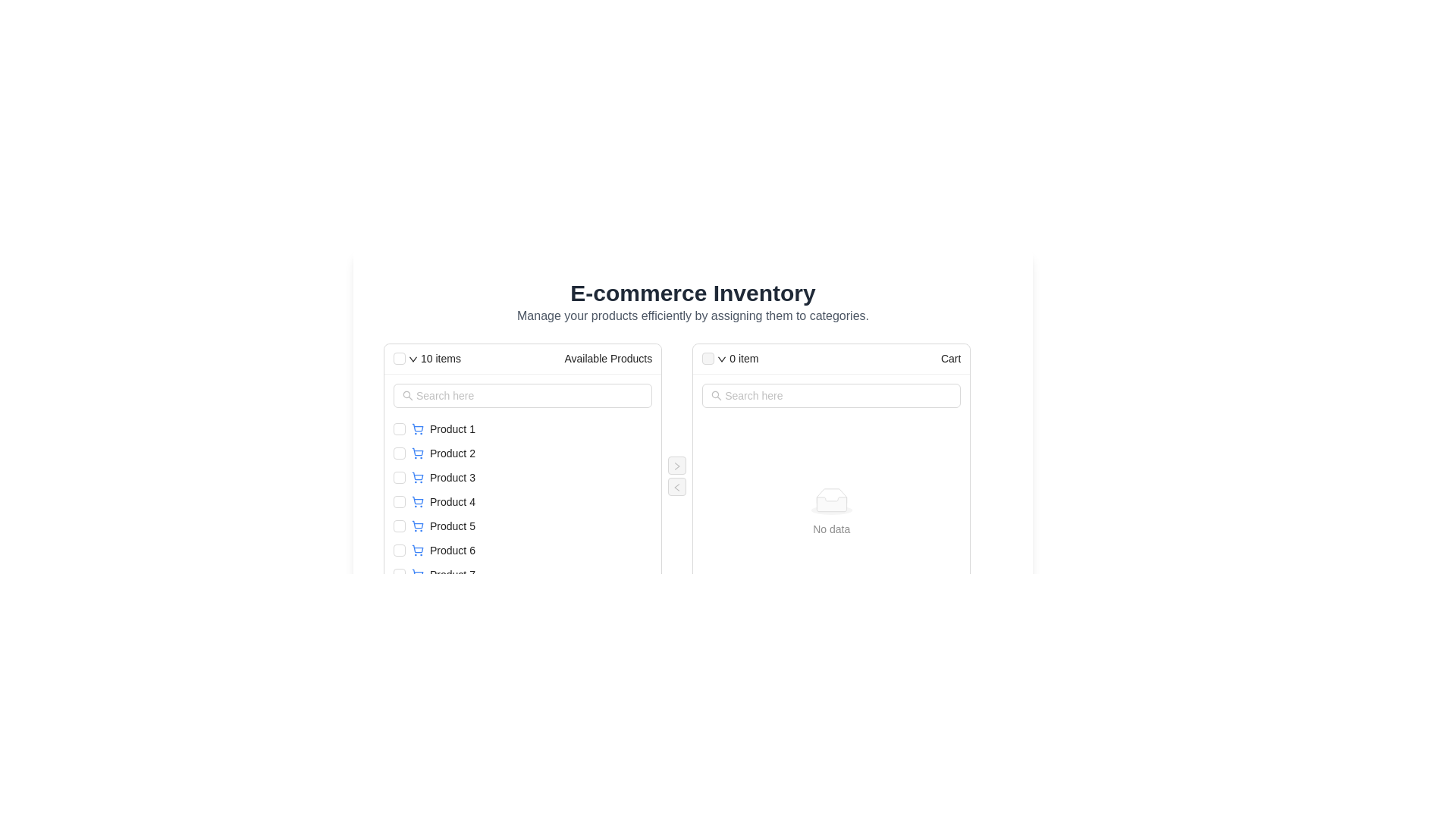 This screenshot has height=819, width=1456. Describe the element at coordinates (676, 487) in the screenshot. I see `the left arrow icon button, which is a red arrow pointing left, located between the 'Available Products' and 'Cart' panels` at that location.